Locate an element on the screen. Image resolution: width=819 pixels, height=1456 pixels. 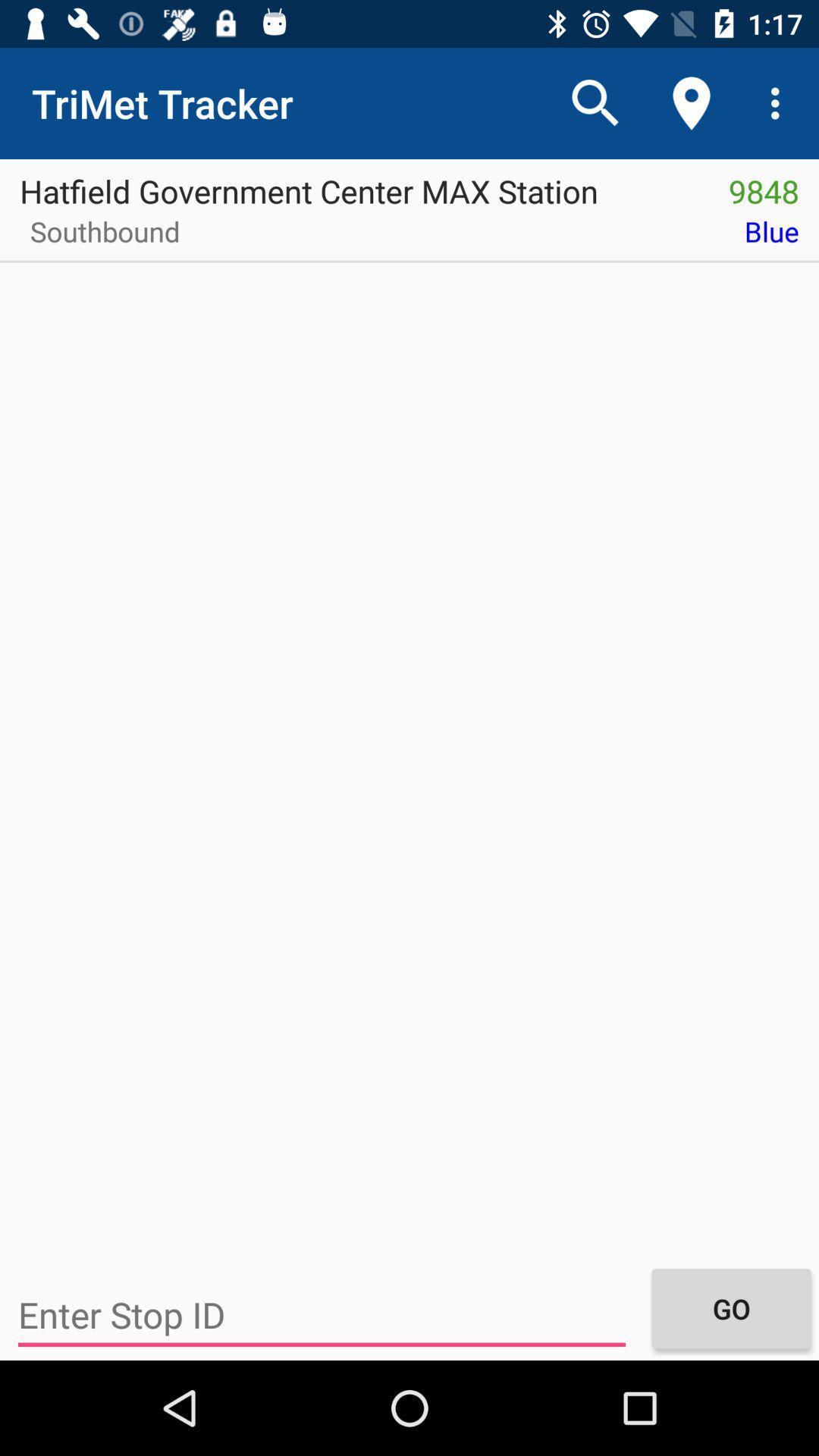
the item above the blue icon is located at coordinates (764, 185).